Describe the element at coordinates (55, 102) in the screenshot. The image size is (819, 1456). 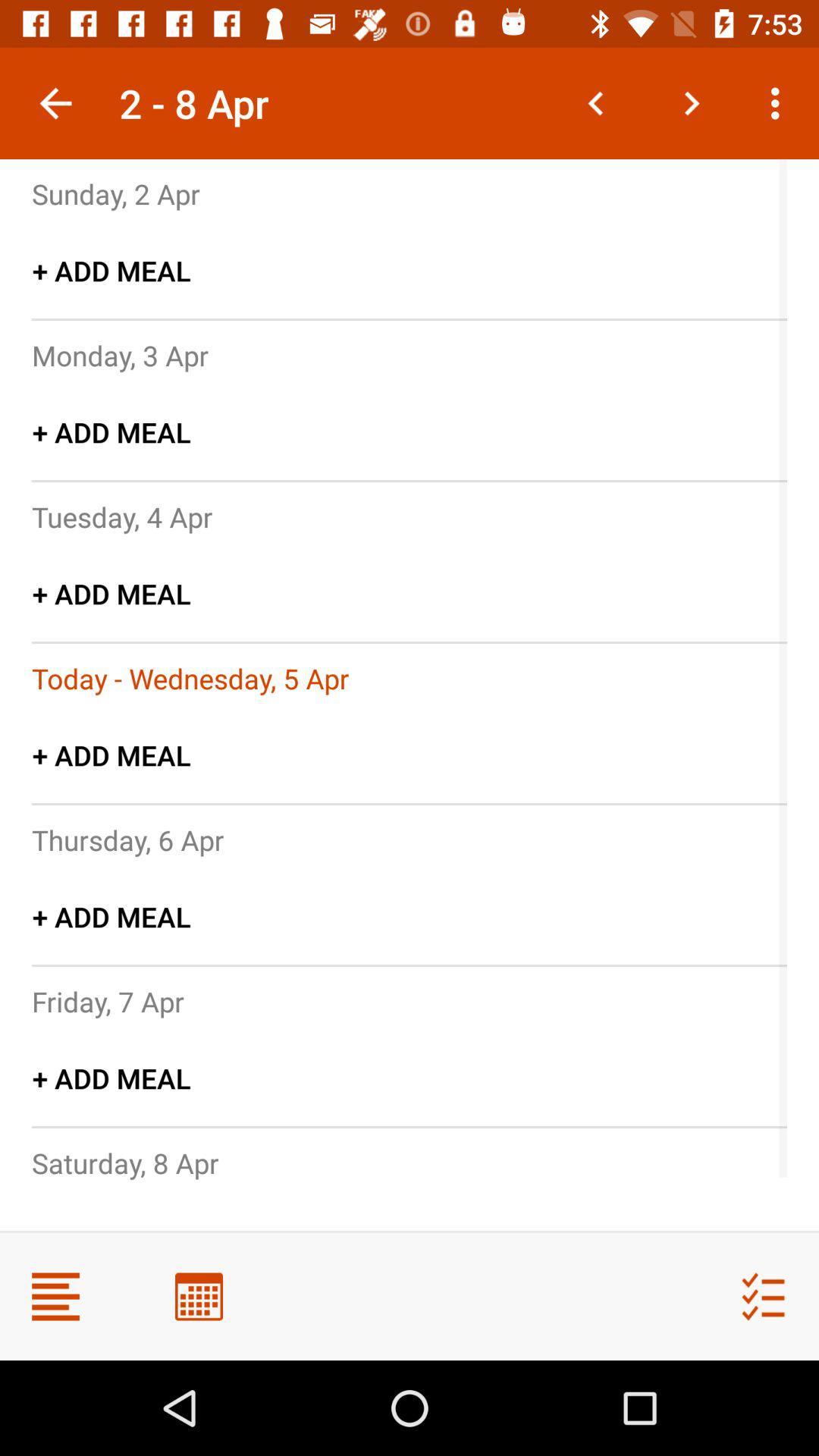
I see `icon above the sunday, 2 apr item` at that location.